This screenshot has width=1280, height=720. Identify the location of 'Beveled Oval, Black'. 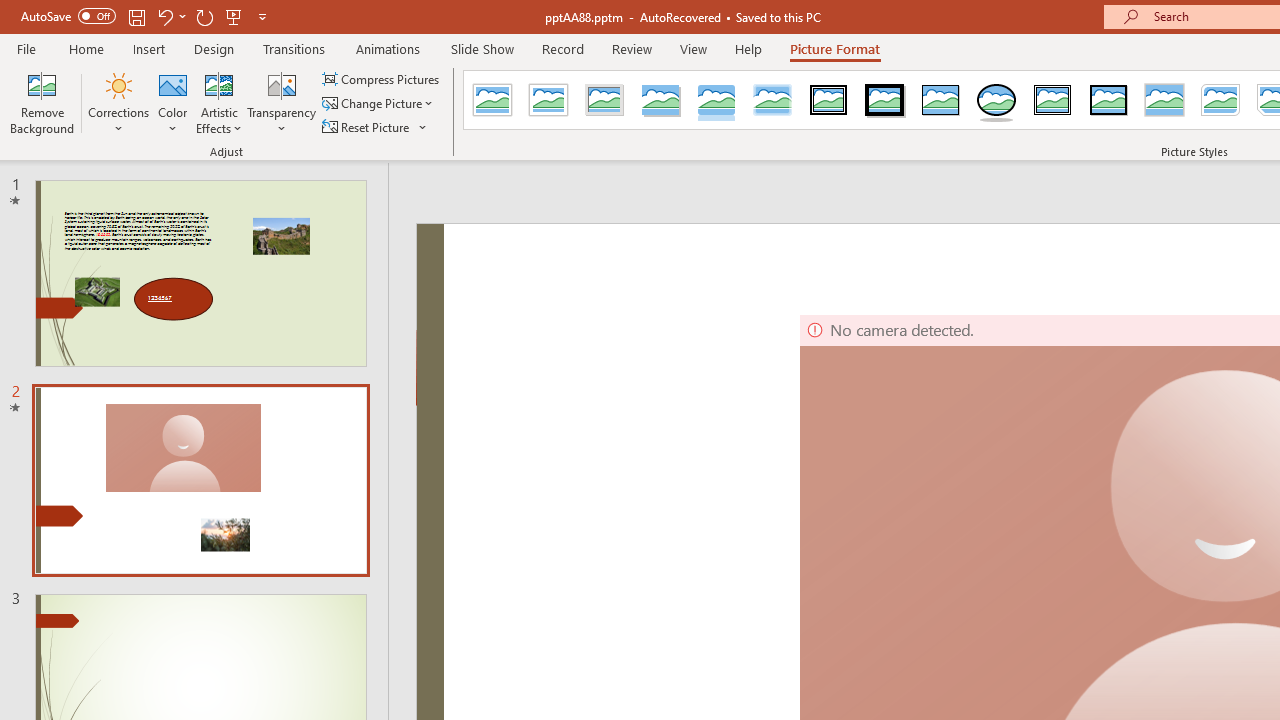
(997, 100).